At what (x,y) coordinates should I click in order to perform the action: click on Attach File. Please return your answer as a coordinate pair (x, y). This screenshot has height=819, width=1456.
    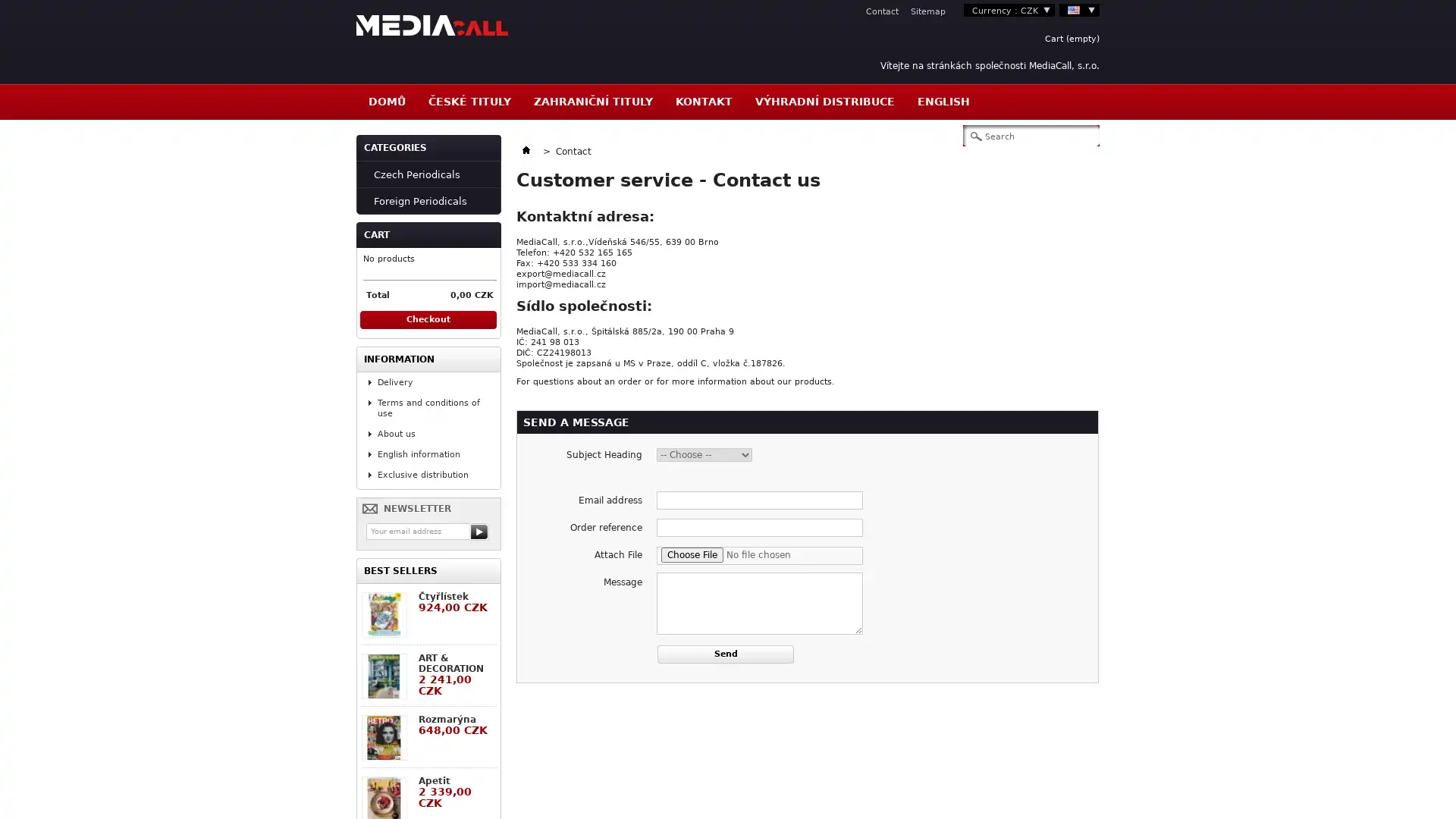
    Looking at the image, I should click on (760, 555).